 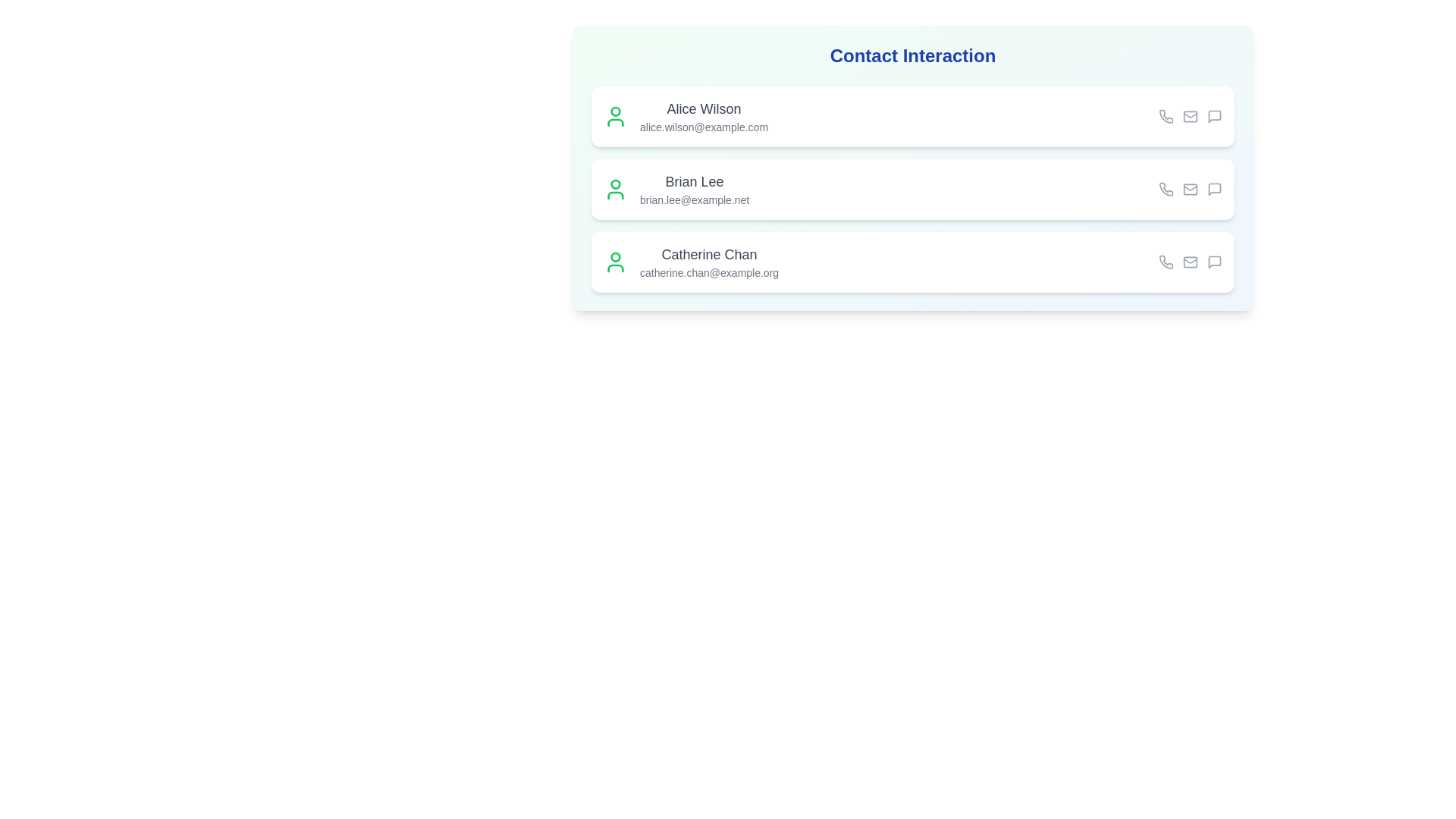 I want to click on the contact Catherine Chan by clicking on their list item, so click(x=912, y=262).